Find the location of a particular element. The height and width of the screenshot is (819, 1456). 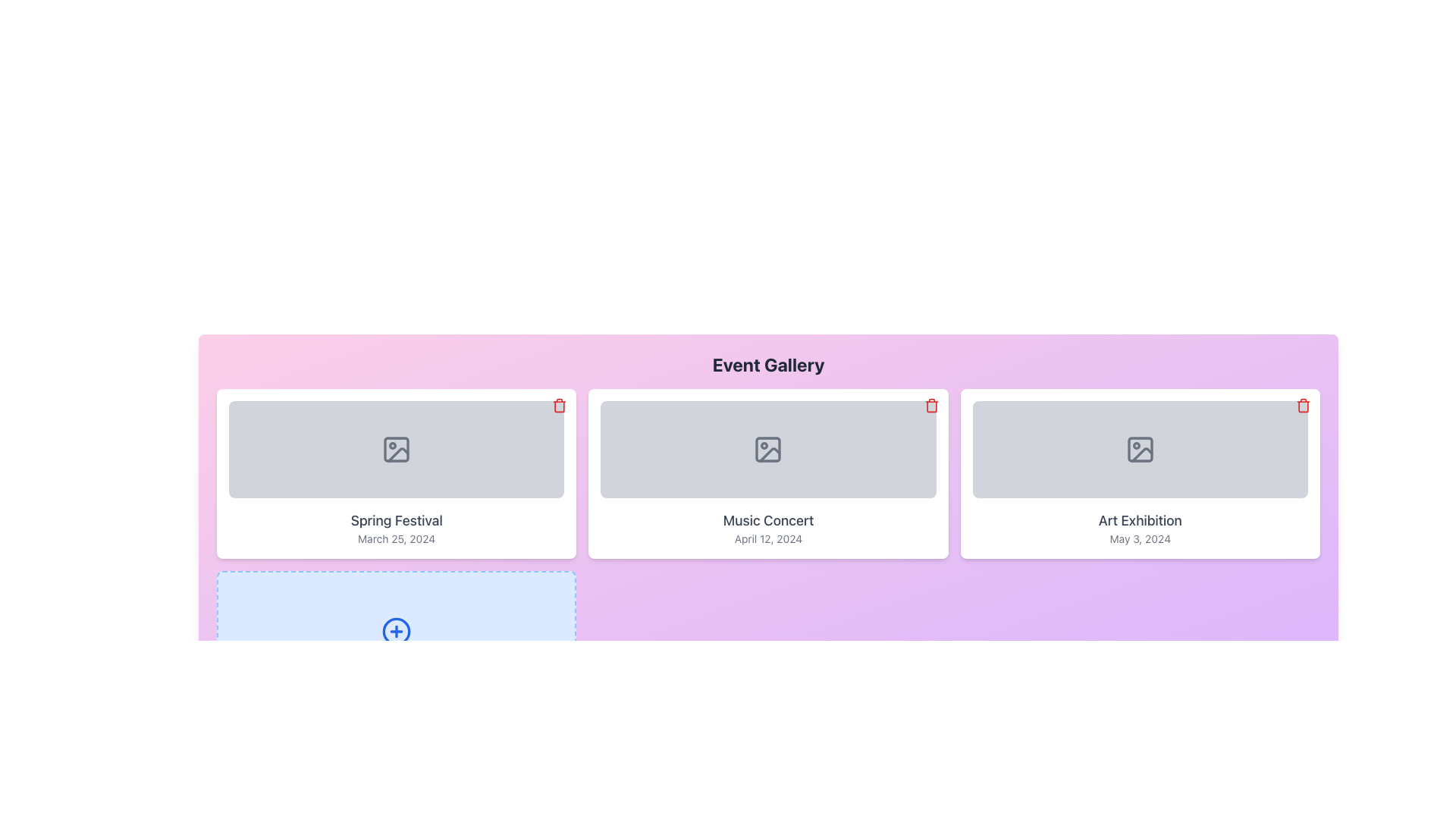

the static text element that displays the event title within the first card on the left, positioned centrally beneath the image placeholder and above the date 'March 25, 2024' is located at coordinates (397, 519).